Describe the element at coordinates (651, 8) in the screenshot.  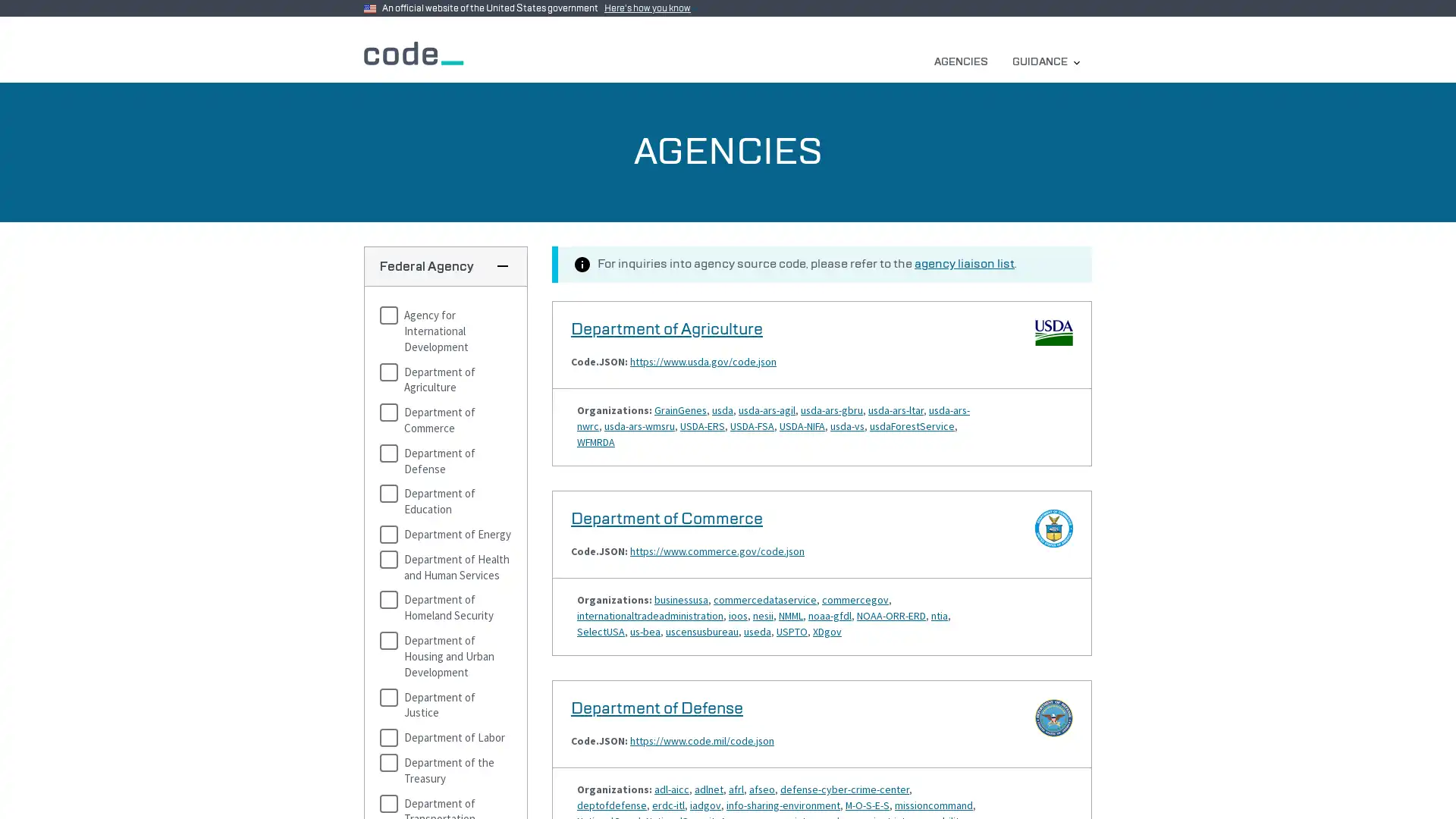
I see `Here's how you know` at that location.